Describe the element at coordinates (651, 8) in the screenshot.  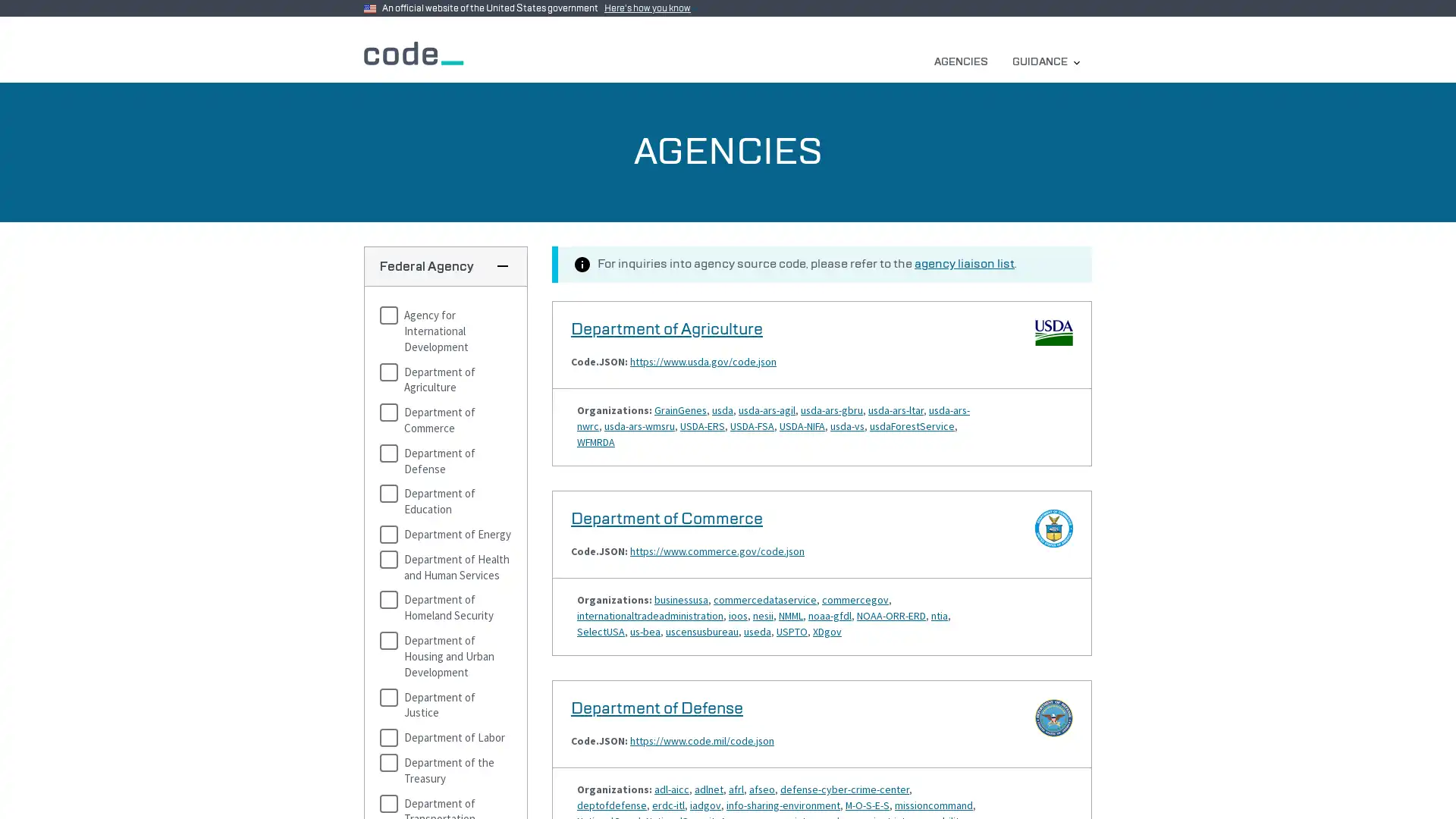
I see `Here's how you know` at that location.